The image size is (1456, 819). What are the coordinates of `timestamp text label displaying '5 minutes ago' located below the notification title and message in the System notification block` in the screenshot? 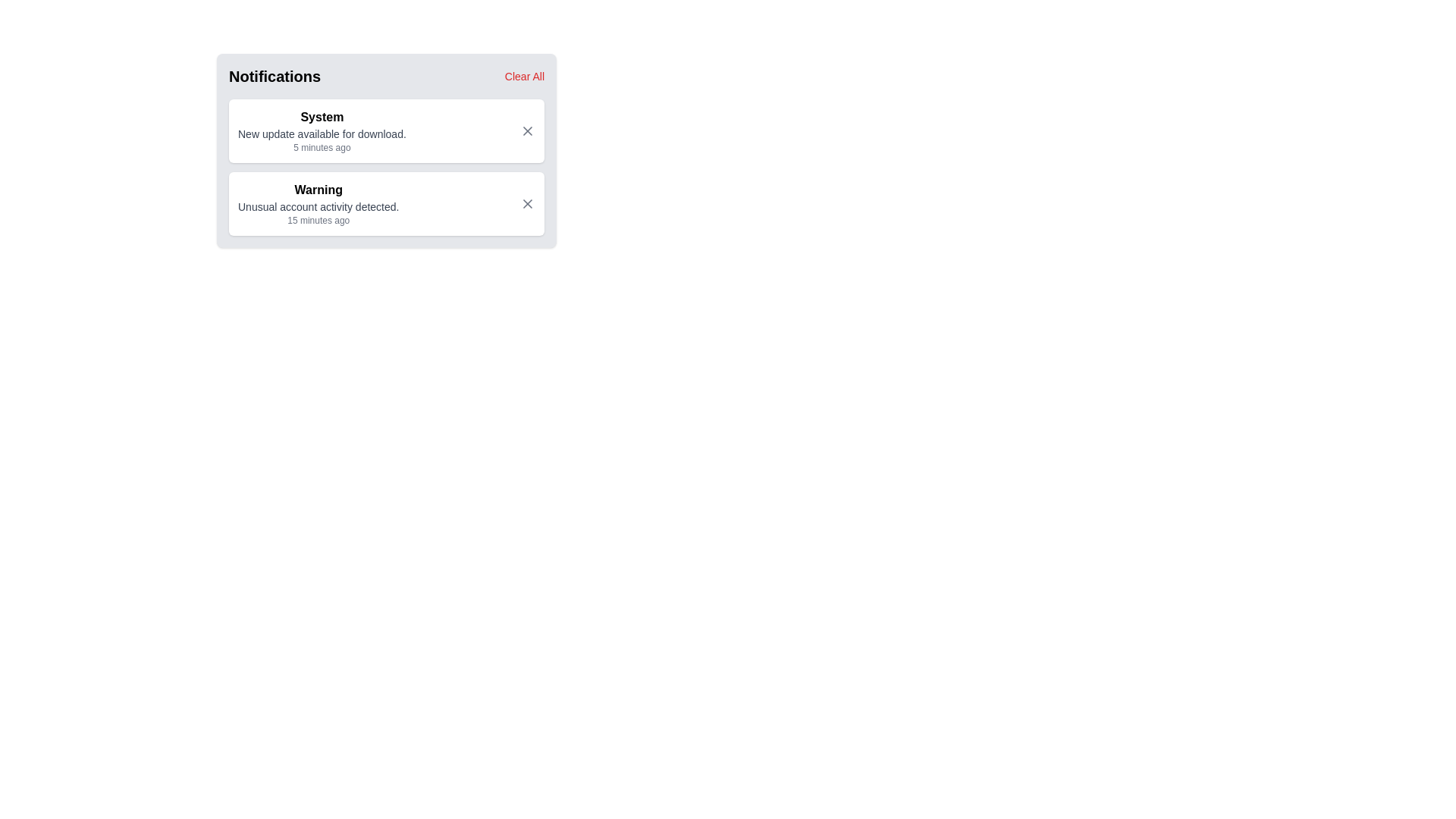 It's located at (321, 148).